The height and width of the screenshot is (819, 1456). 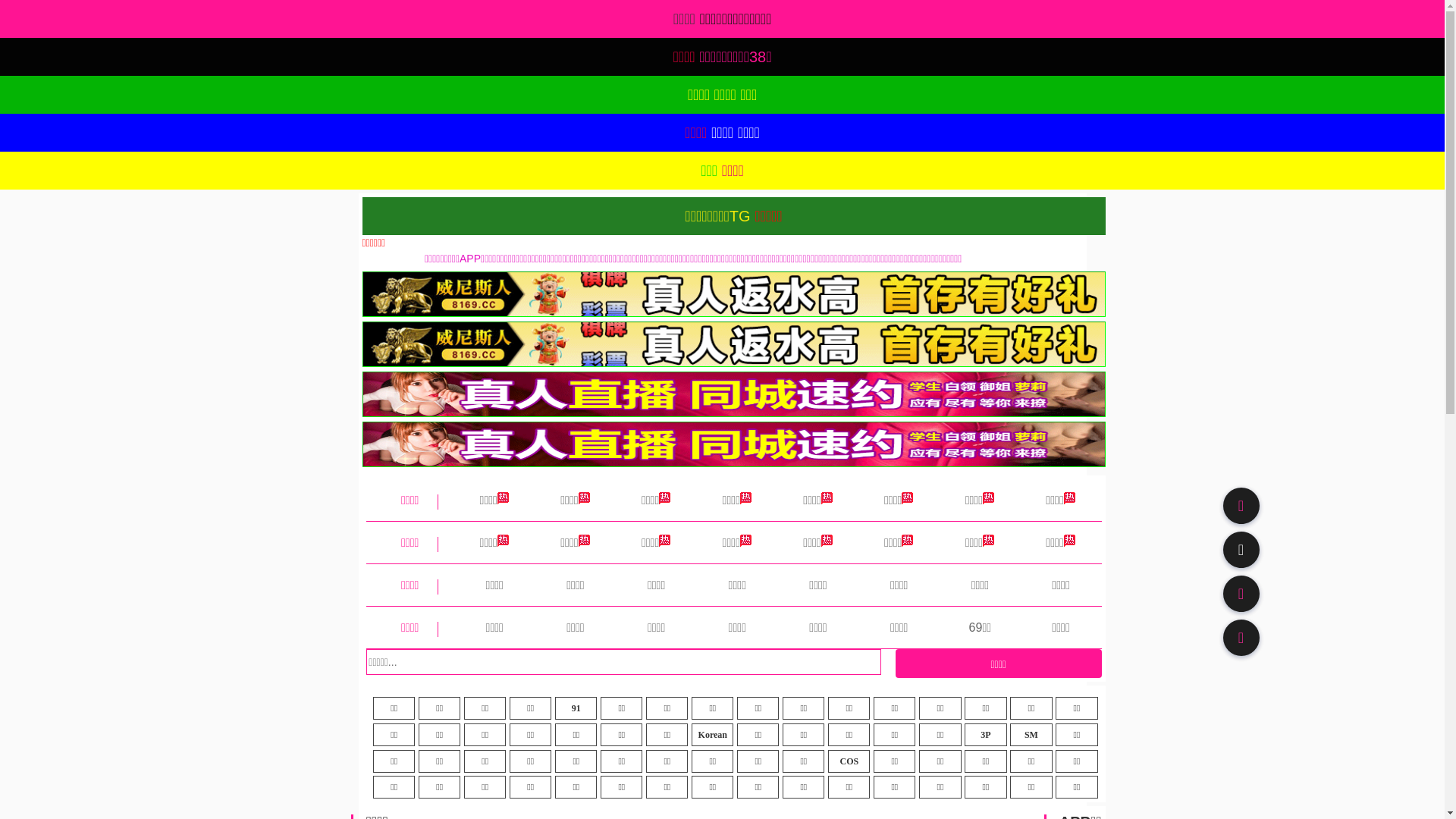 What do you see at coordinates (1031, 733) in the screenshot?
I see `'SM'` at bounding box center [1031, 733].